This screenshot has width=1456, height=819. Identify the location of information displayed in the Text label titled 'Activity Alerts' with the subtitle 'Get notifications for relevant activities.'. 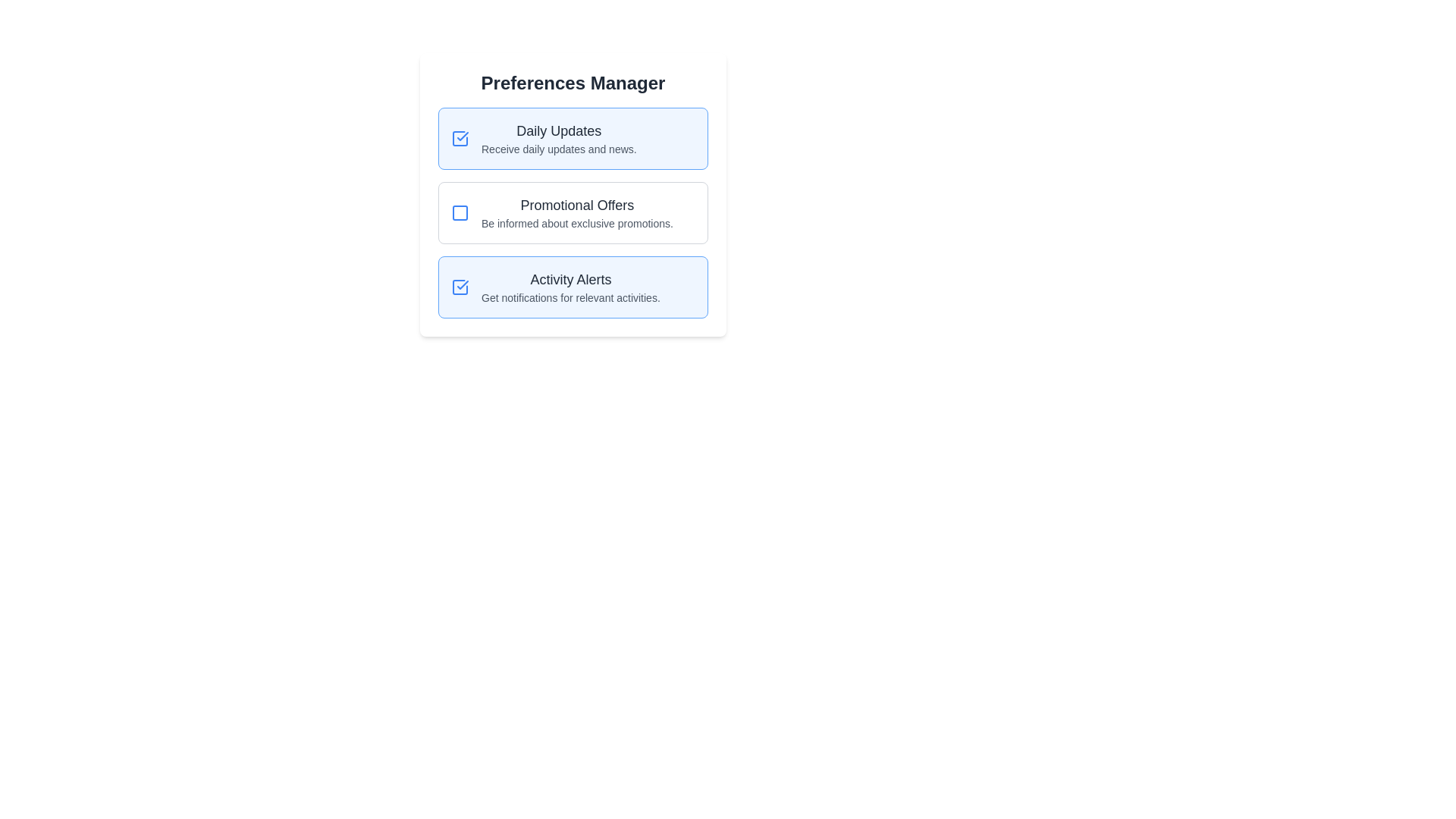
(570, 287).